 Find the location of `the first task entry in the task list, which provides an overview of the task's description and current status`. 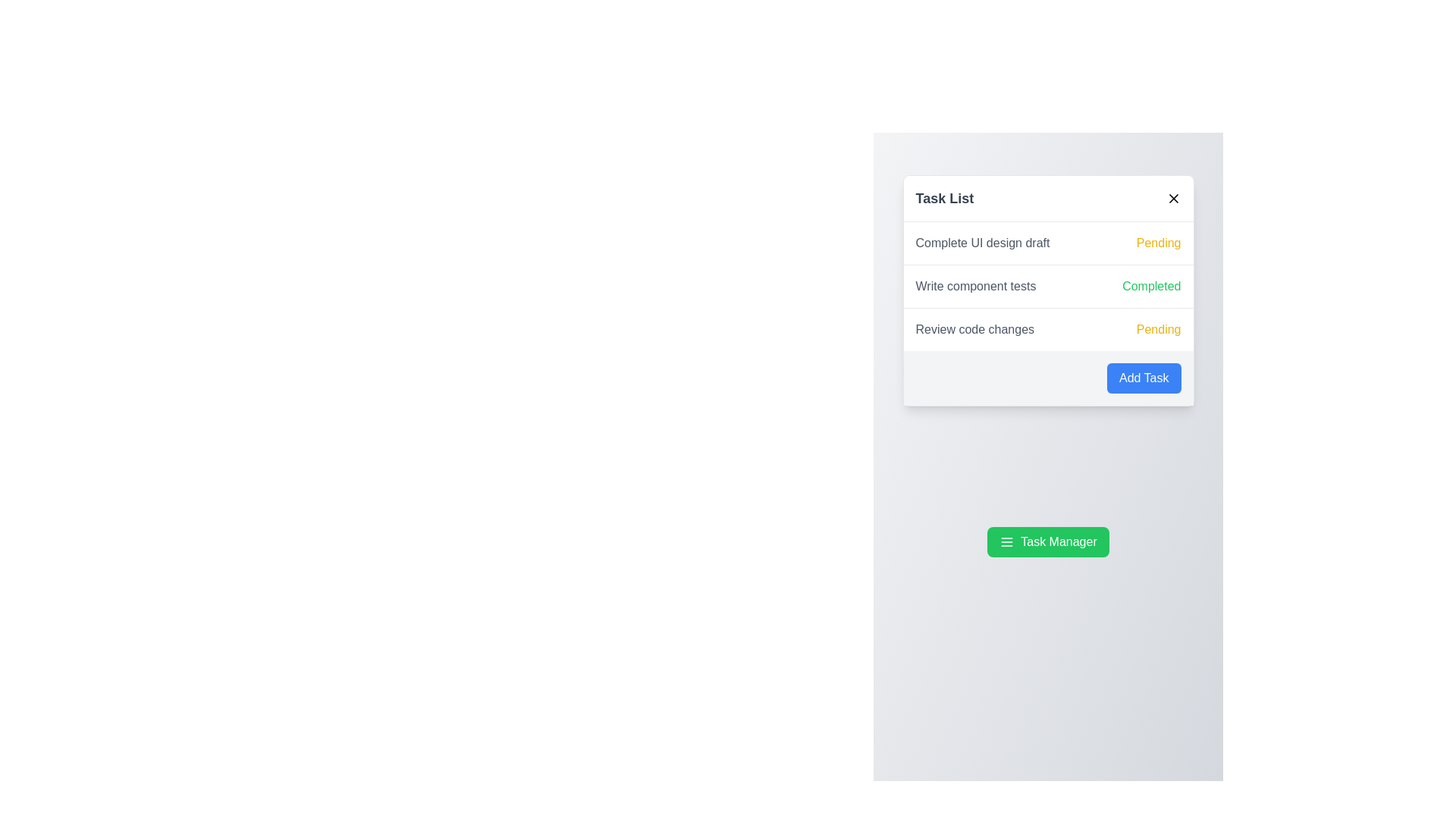

the first task entry in the task list, which provides an overview of the task's description and current status is located at coordinates (1047, 242).